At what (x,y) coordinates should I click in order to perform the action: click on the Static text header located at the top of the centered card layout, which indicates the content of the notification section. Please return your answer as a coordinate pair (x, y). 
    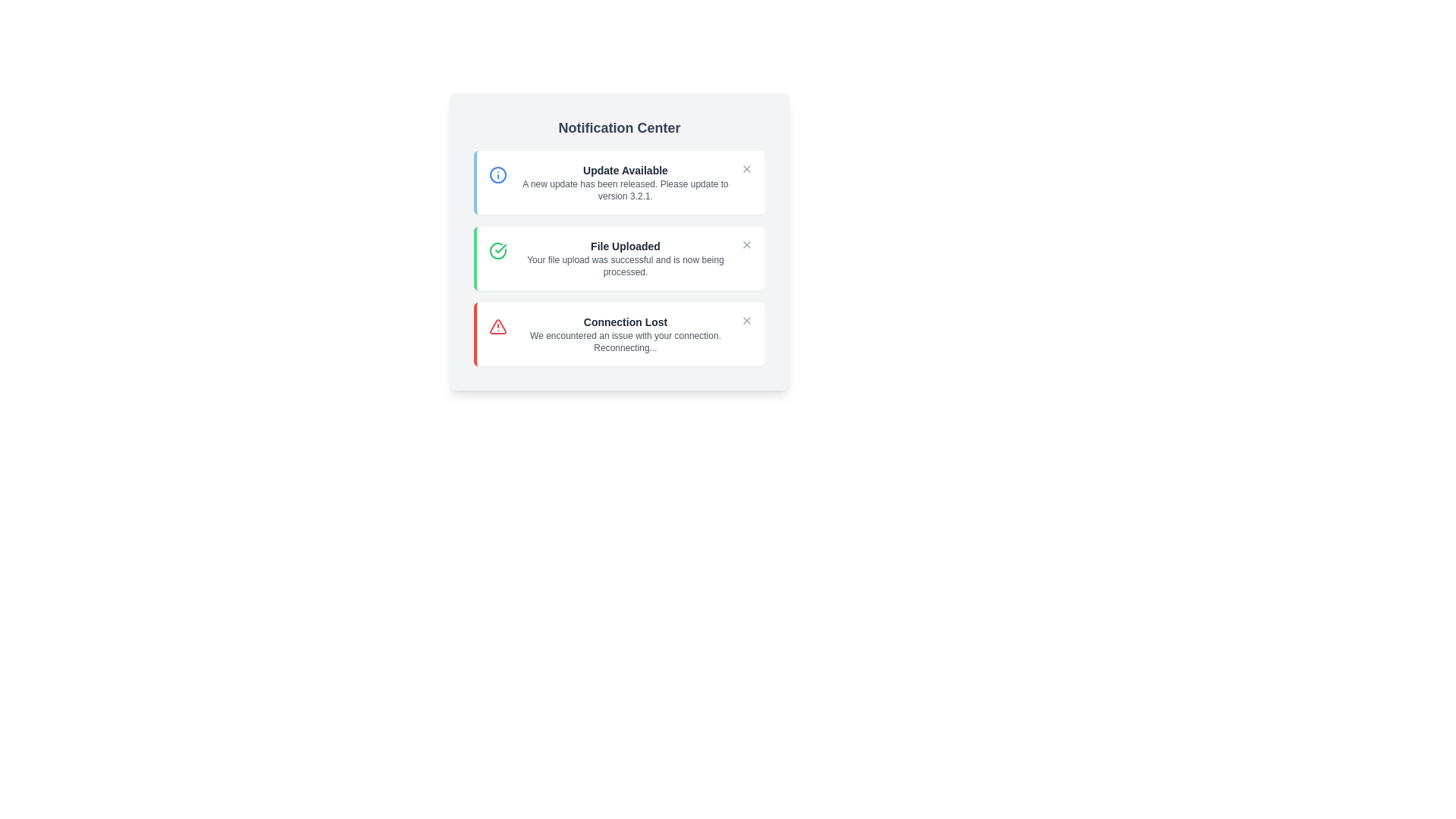
    Looking at the image, I should click on (619, 127).